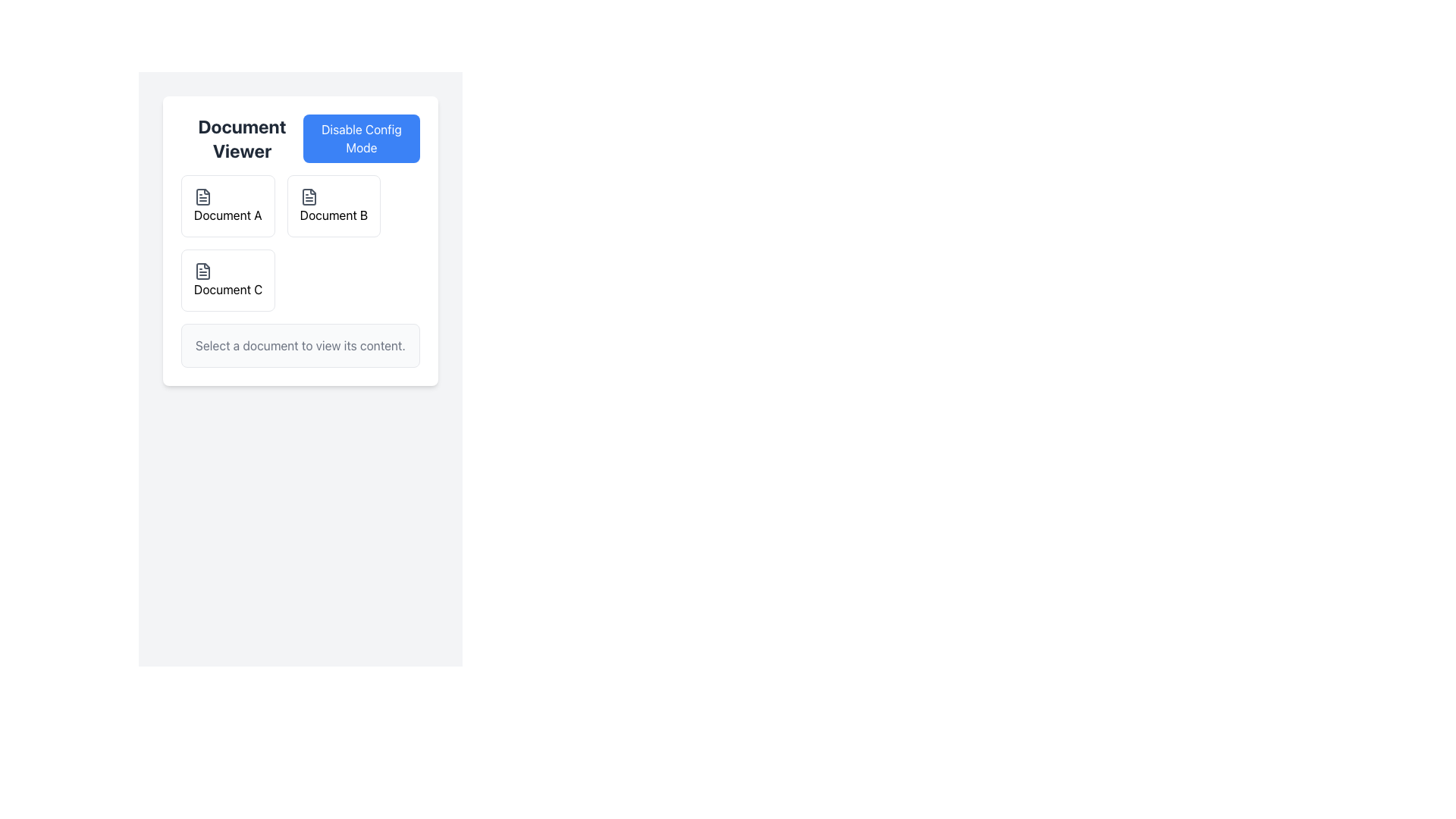 The height and width of the screenshot is (819, 1456). What do you see at coordinates (333, 206) in the screenshot?
I see `the second card labeled 'Document B', which features a file icon at the top and a light border with a shadow effect` at bounding box center [333, 206].